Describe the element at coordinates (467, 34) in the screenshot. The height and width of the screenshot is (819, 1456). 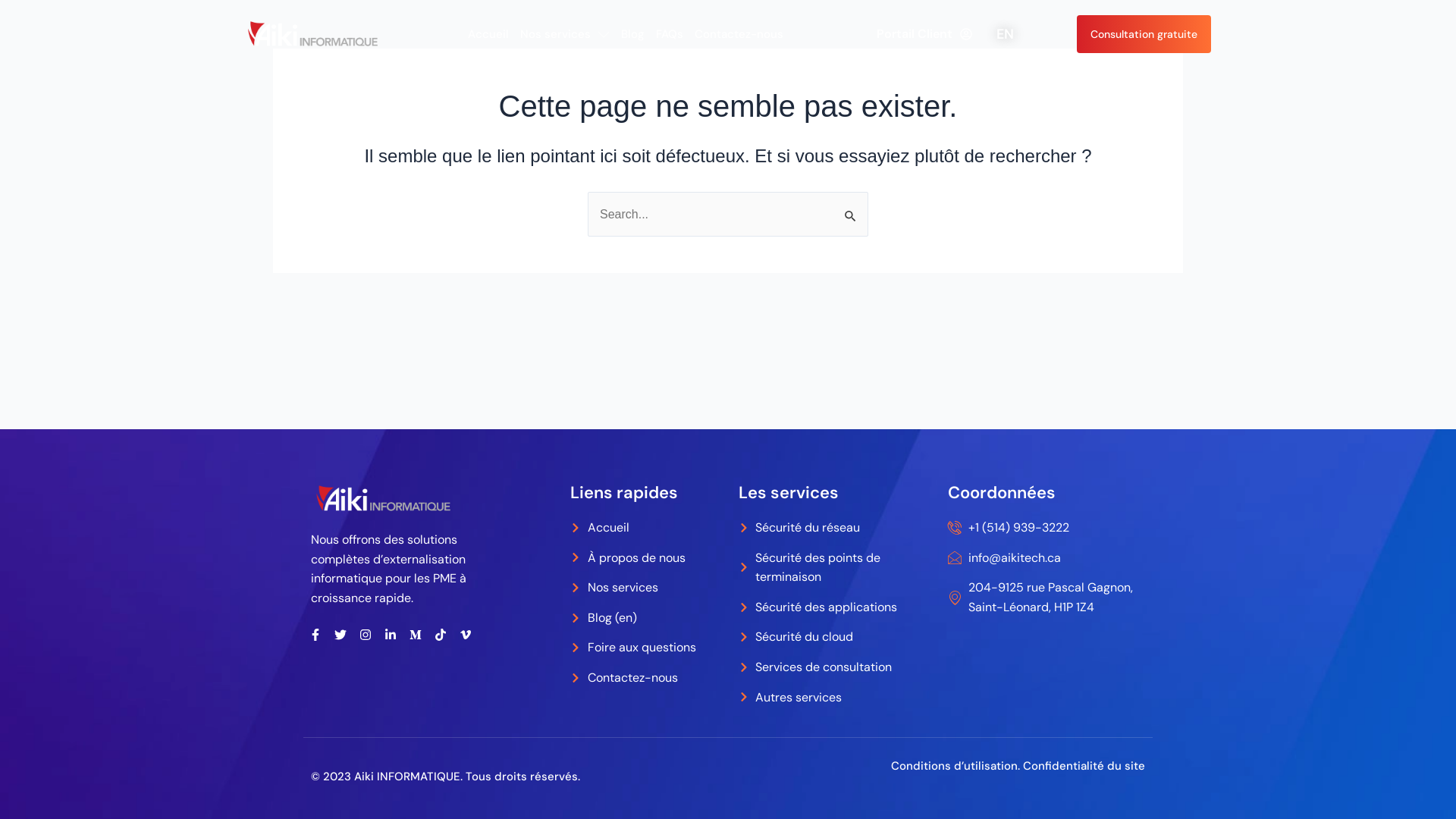
I see `'Accueil'` at that location.